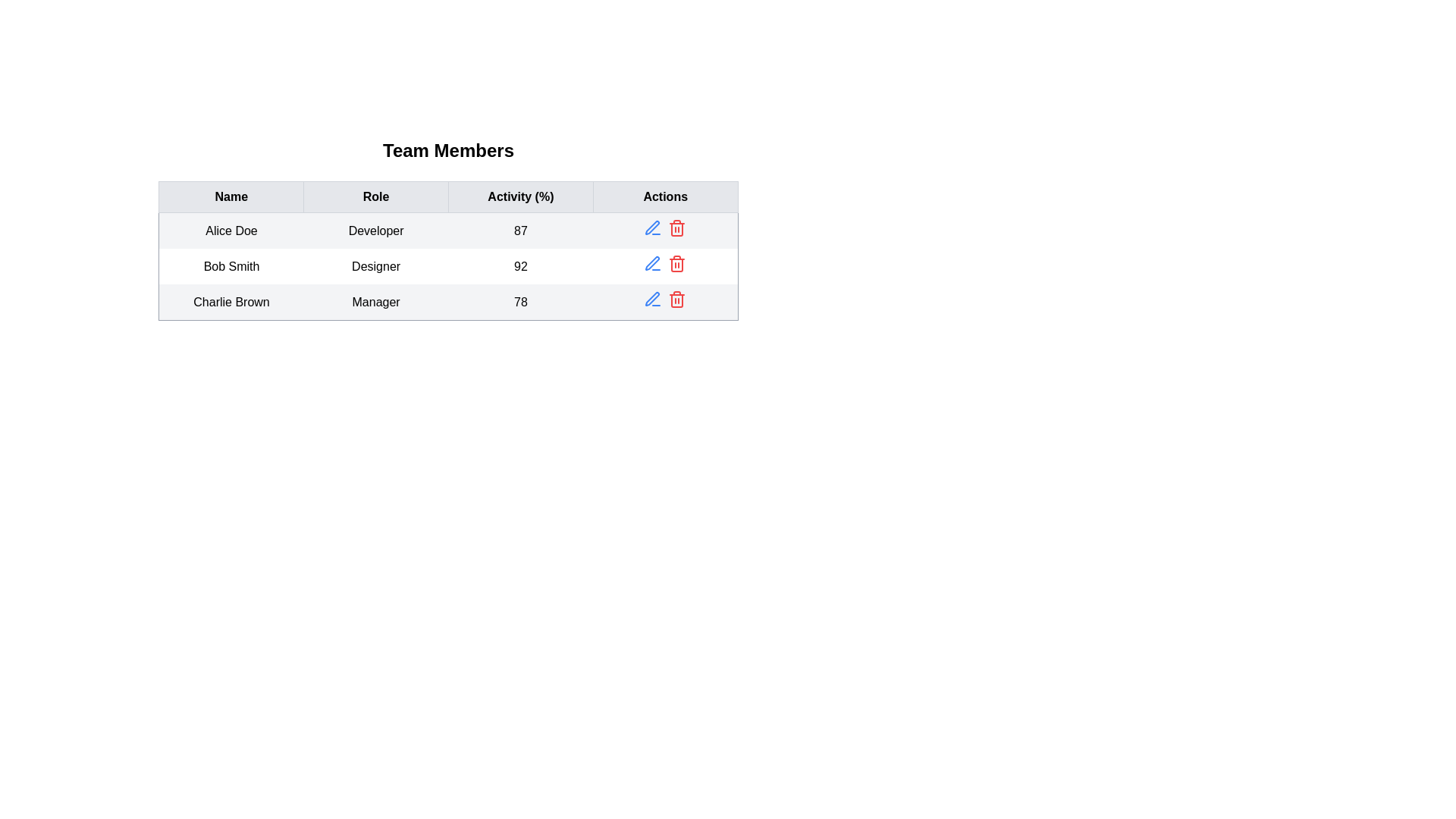 The image size is (1456, 819). What do you see at coordinates (653, 227) in the screenshot?
I see `edit icon for the team member with name Alice Doe` at bounding box center [653, 227].